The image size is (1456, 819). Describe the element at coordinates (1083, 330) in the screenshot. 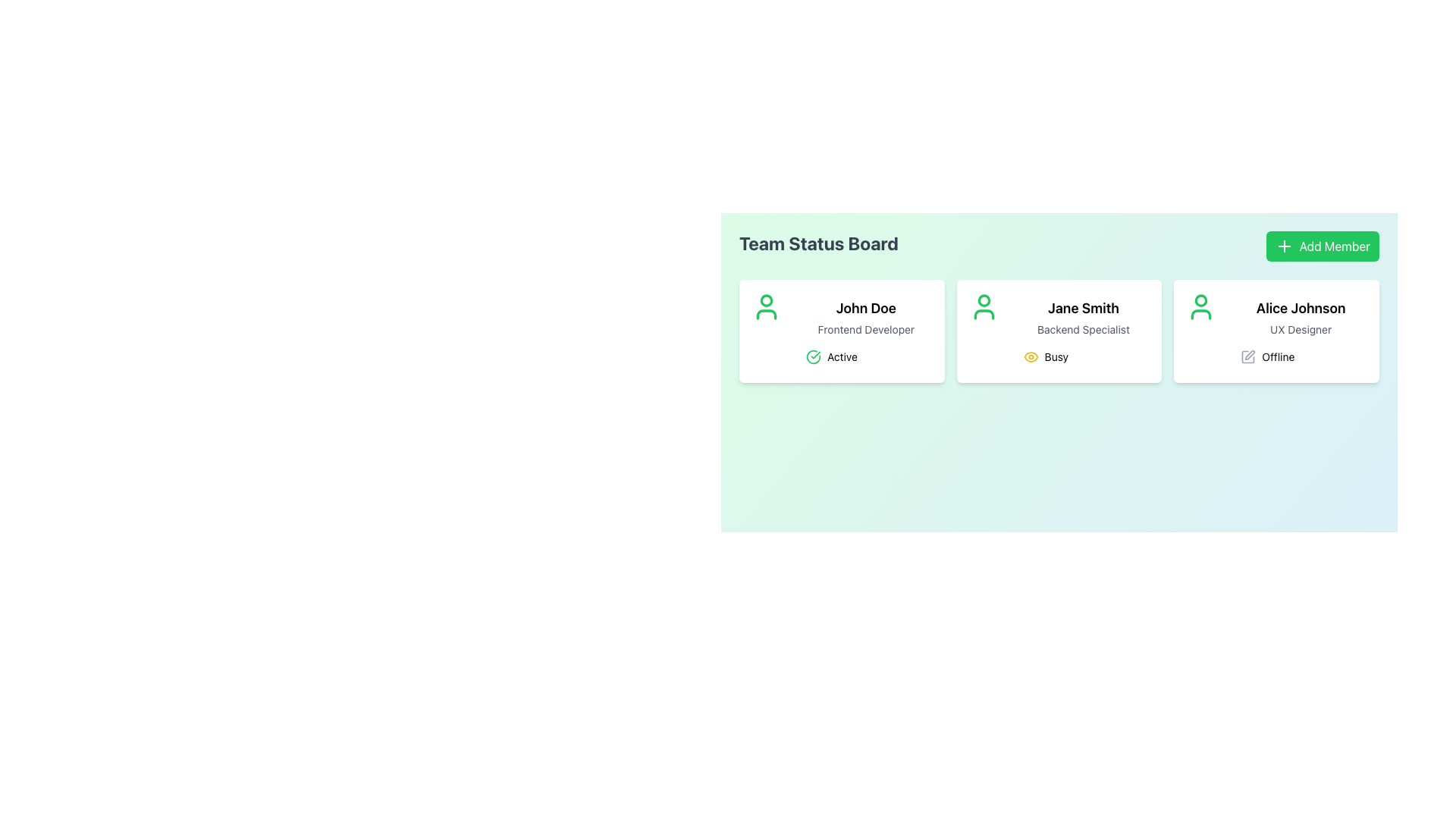

I see `the Text Display Group element displaying 'Jane Smith', which features a bold name, a gray role 'Backend Specialist', and a yellow eye icon indicating status 'Busy'` at that location.